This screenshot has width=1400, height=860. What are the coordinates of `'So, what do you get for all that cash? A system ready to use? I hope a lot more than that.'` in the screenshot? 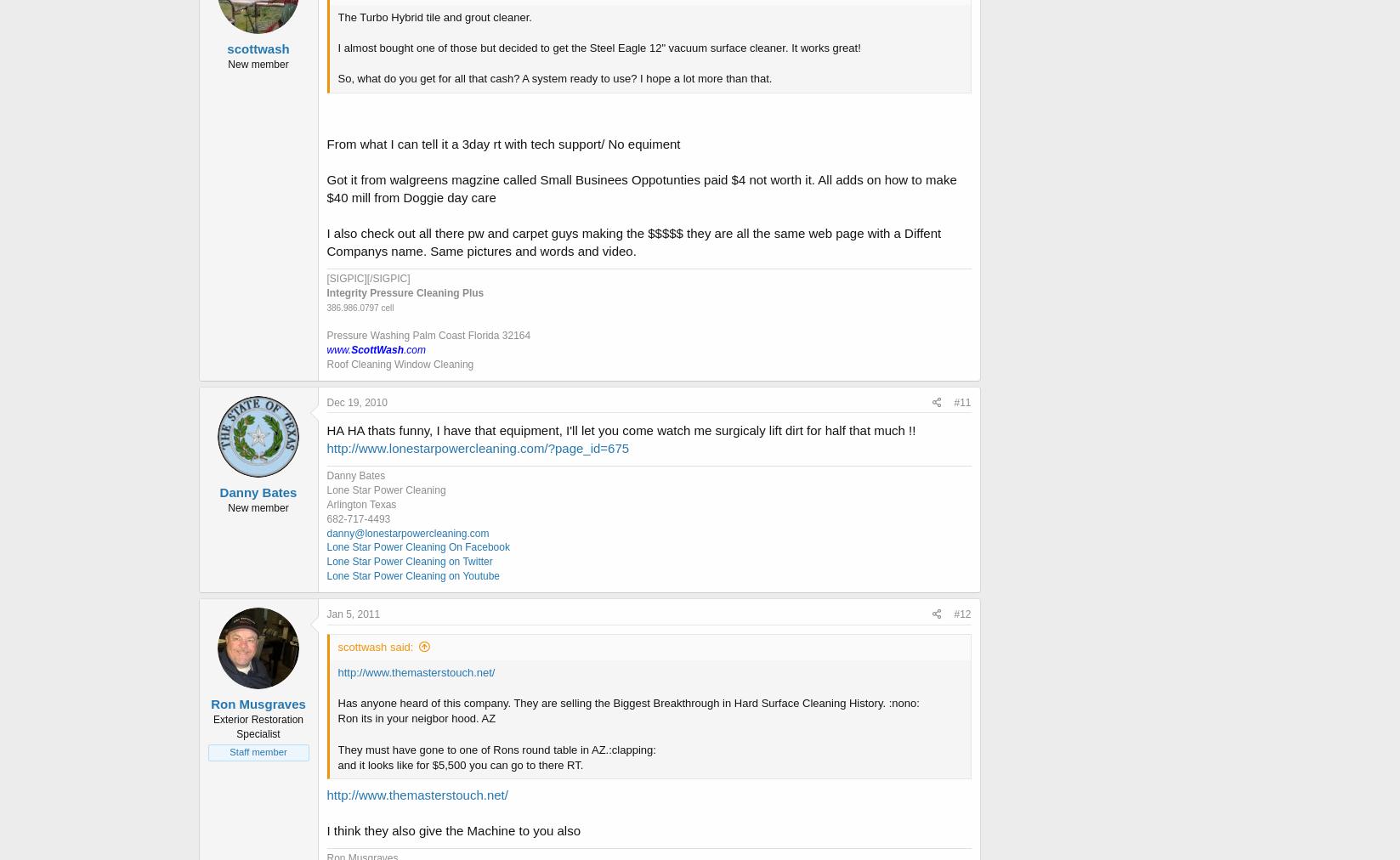 It's located at (337, 77).